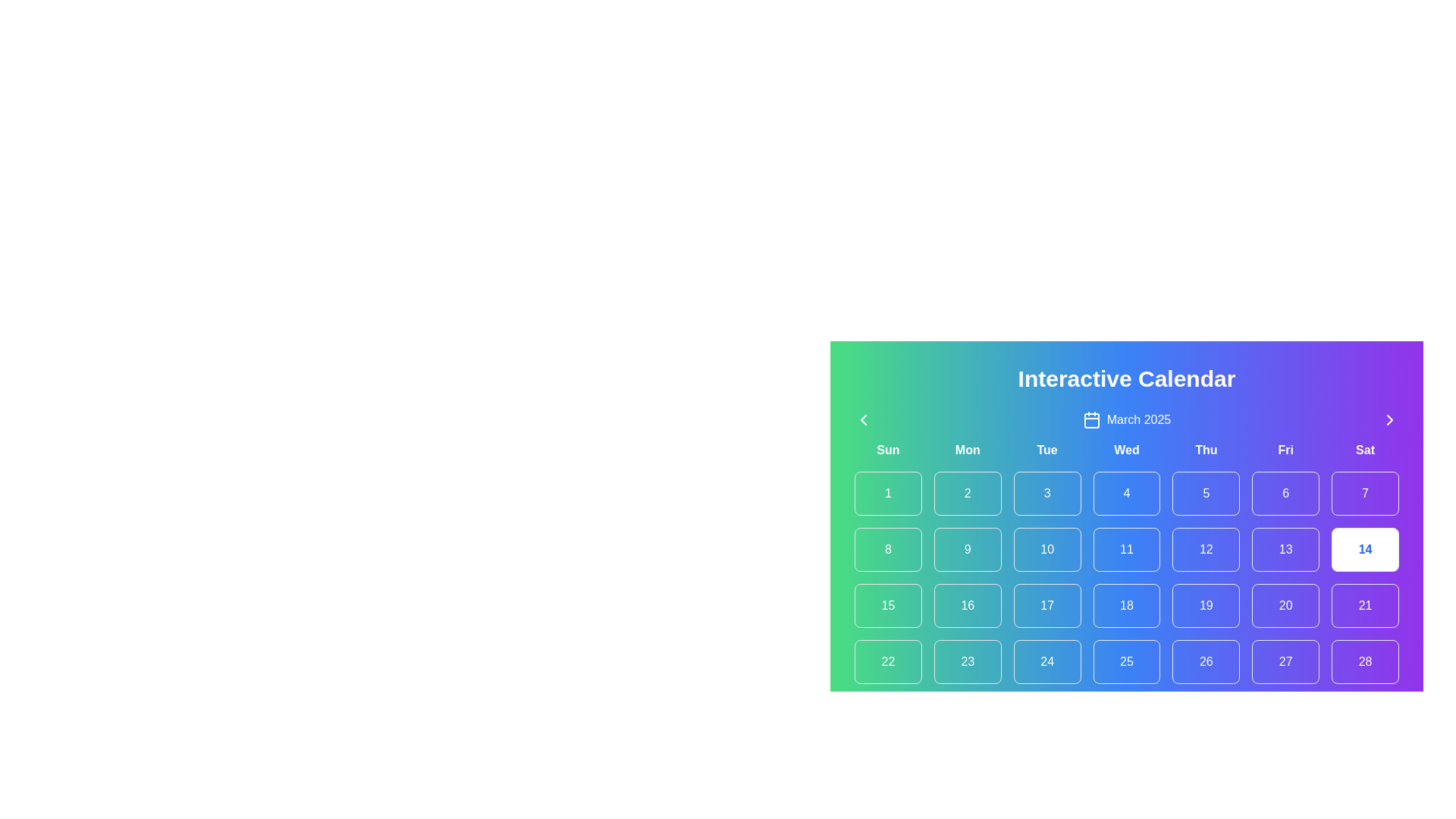  What do you see at coordinates (1390, 420) in the screenshot?
I see `the next month navigation button located at the top-right corner of the calendar interface, adjacent to the date display ('March 2025')` at bounding box center [1390, 420].